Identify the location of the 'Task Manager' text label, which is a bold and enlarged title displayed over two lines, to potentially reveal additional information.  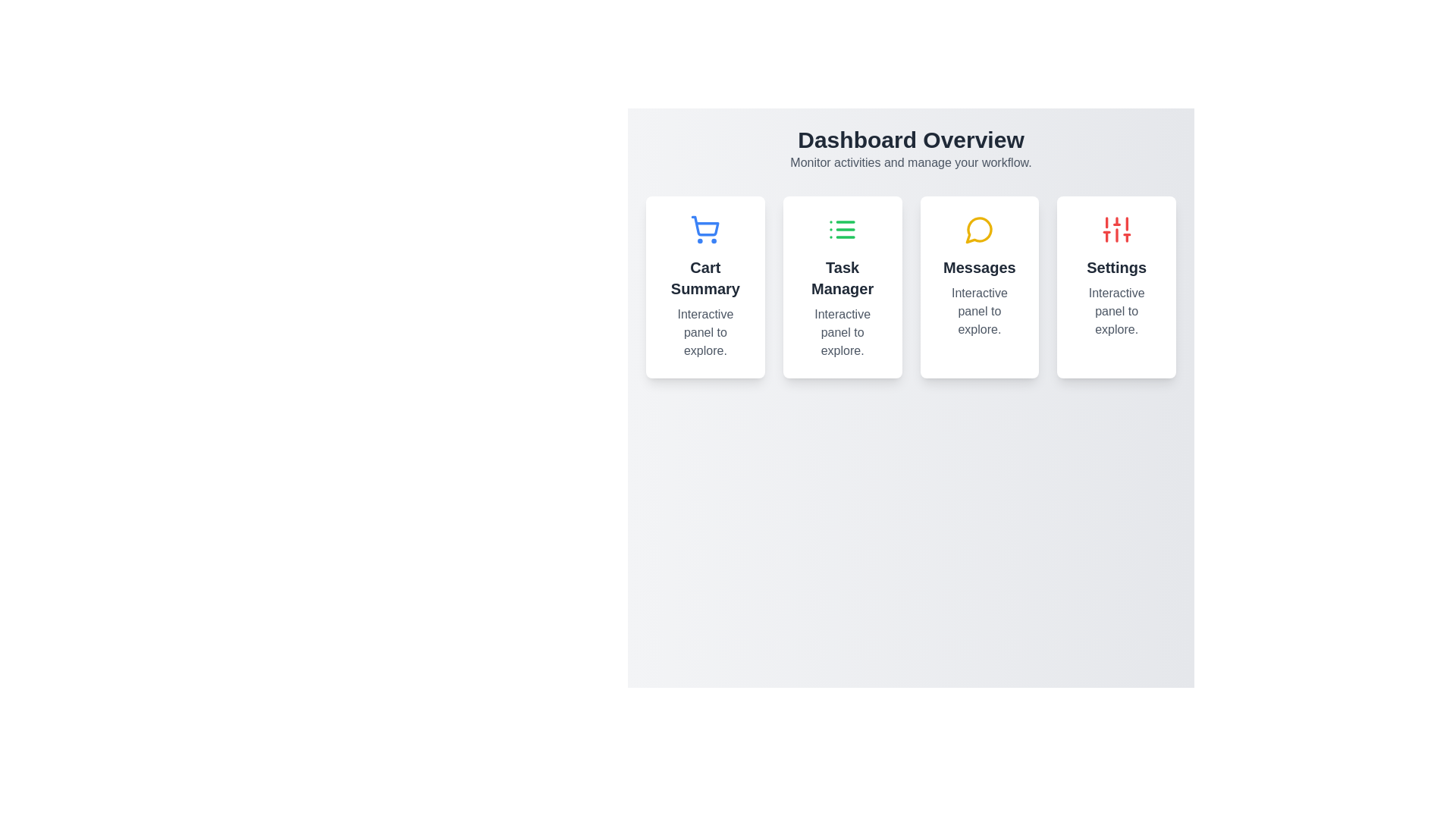
(842, 278).